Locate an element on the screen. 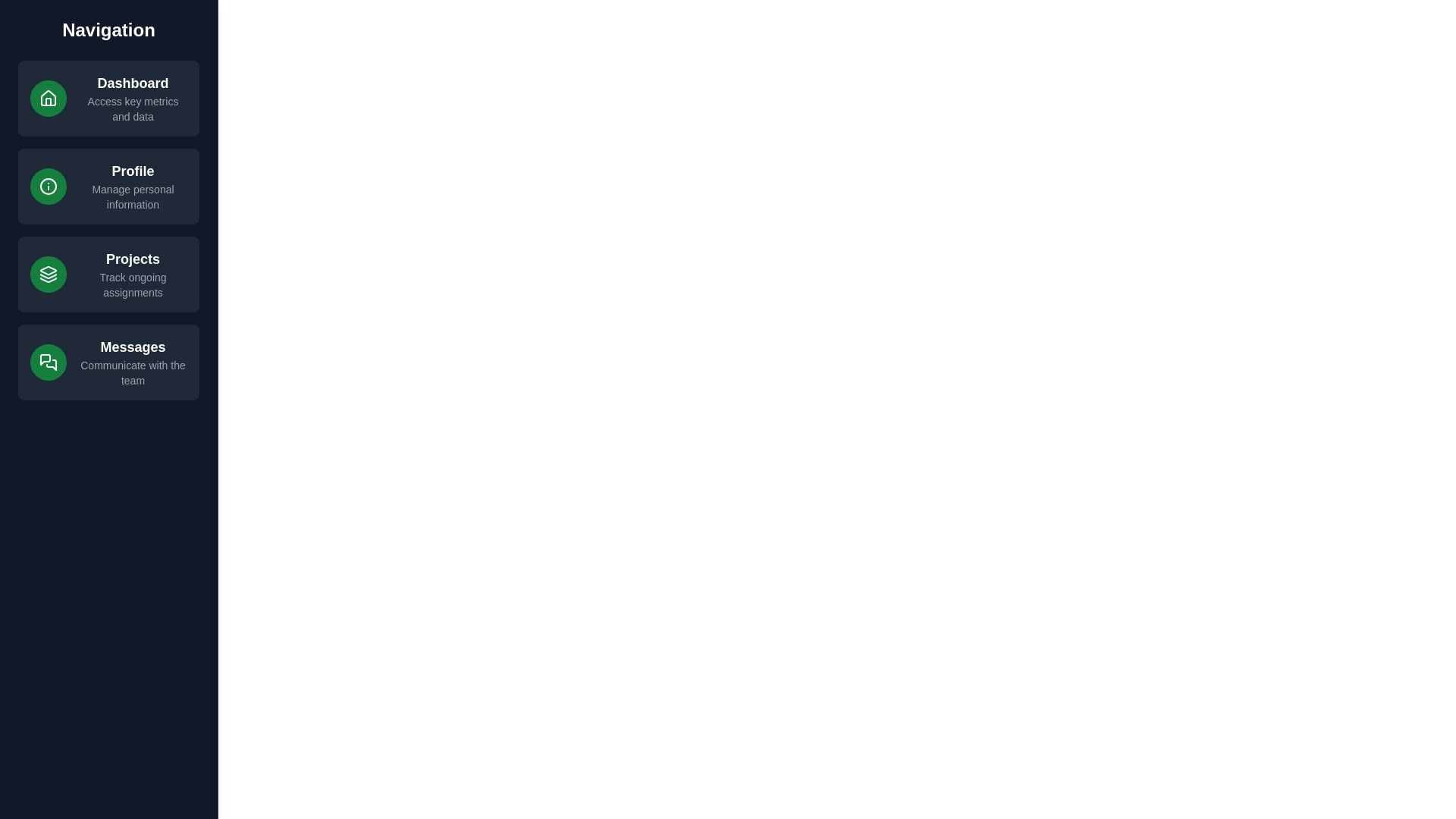 The image size is (1456, 819). the navigation item Dashboard to observe hover effects is located at coordinates (108, 99).